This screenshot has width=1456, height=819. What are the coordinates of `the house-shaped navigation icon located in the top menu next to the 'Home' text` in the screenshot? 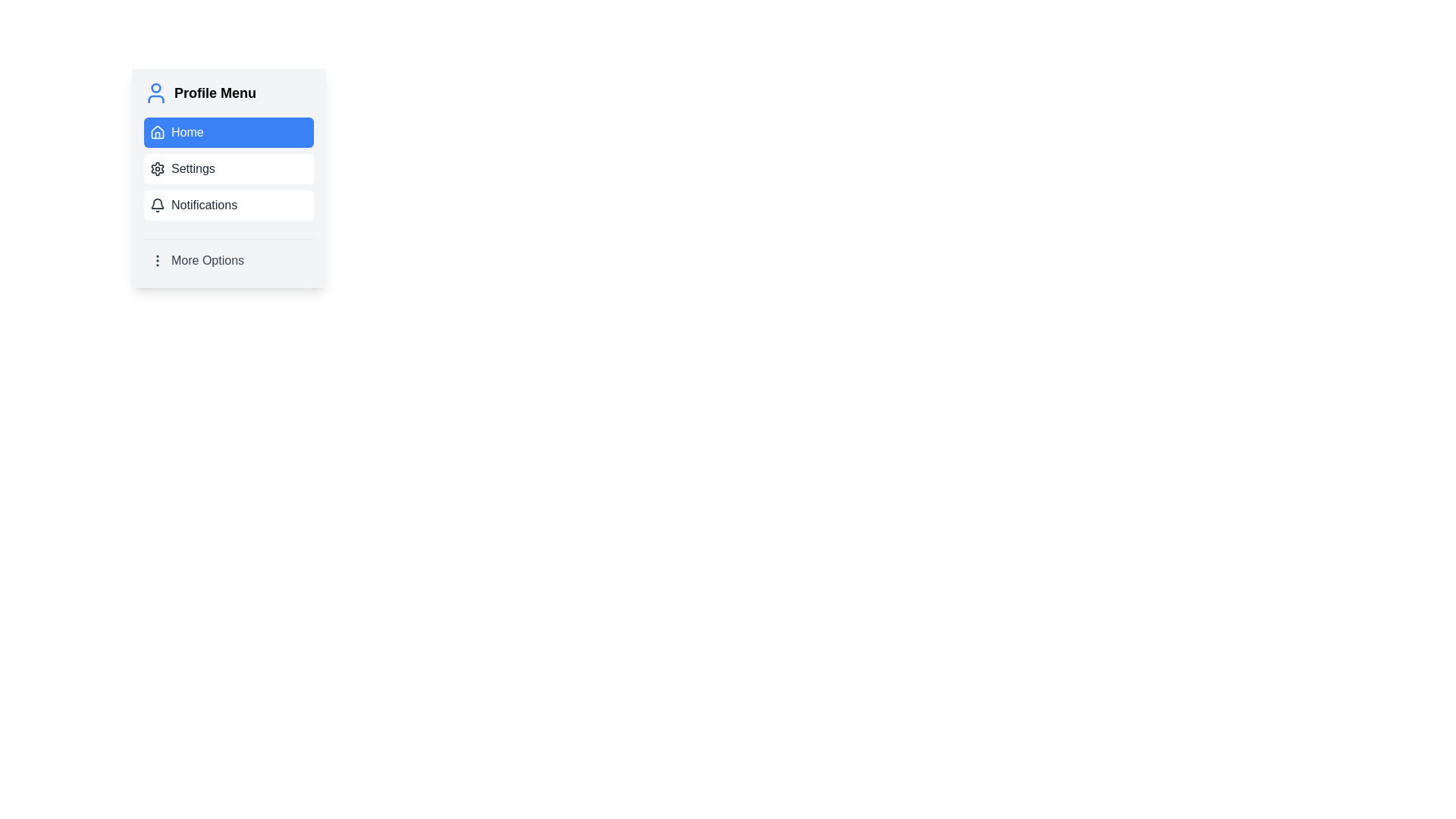 It's located at (157, 131).